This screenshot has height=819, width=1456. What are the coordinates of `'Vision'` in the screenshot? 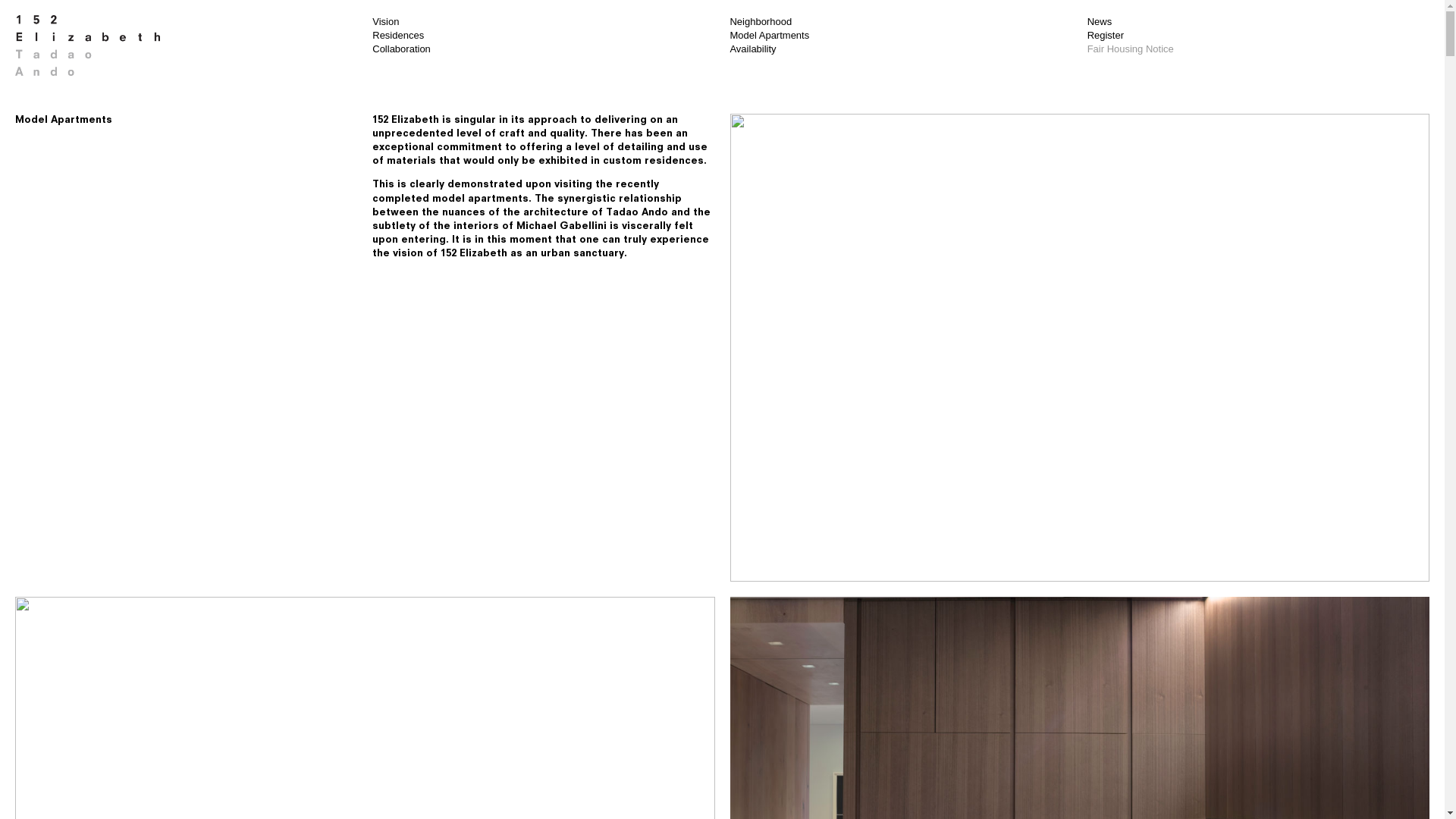 It's located at (385, 21).